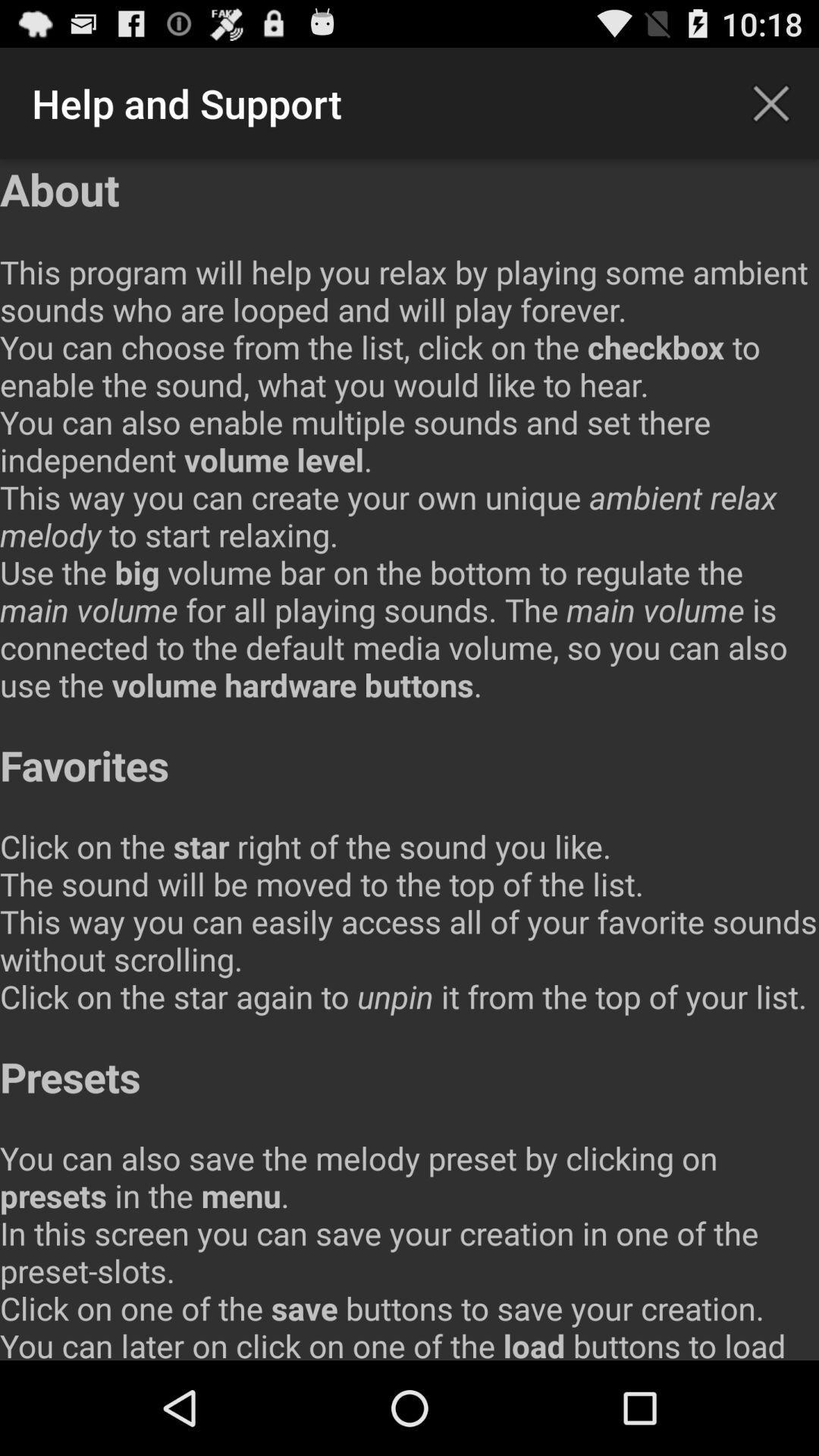 This screenshot has height=1456, width=819. Describe the element at coordinates (771, 102) in the screenshot. I see `app to the right of the help and support icon` at that location.